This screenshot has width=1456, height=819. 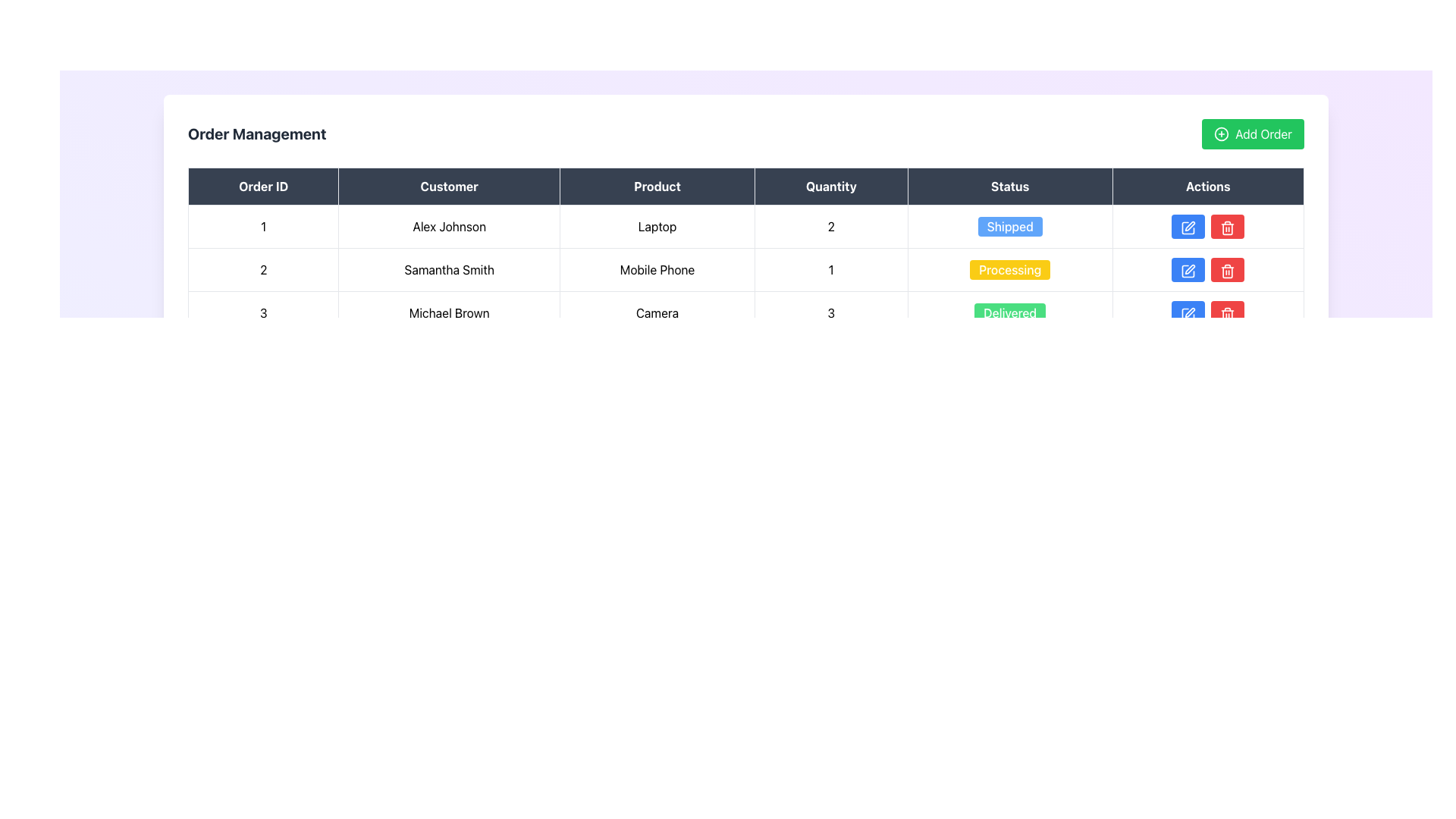 What do you see at coordinates (1010, 186) in the screenshot?
I see `the 'Status' column header cell in the table, which is the fifth column following 'Order ID', 'Customer', 'Product', and 'Quantity'` at bounding box center [1010, 186].